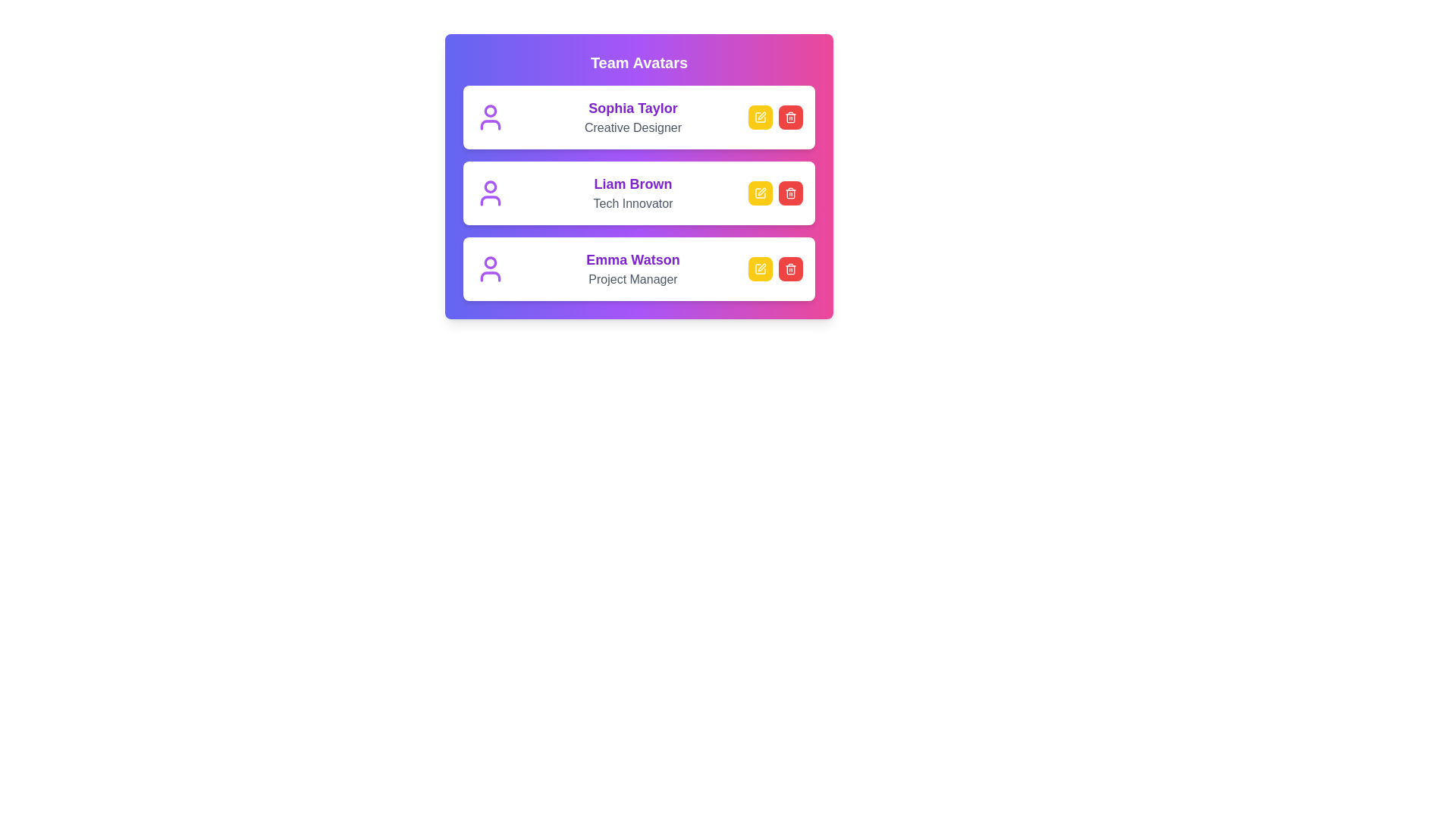 The width and height of the screenshot is (1456, 819). I want to click on the Profile Card of Emma Watson, which is the third item in the list containing team members, so click(639, 268).